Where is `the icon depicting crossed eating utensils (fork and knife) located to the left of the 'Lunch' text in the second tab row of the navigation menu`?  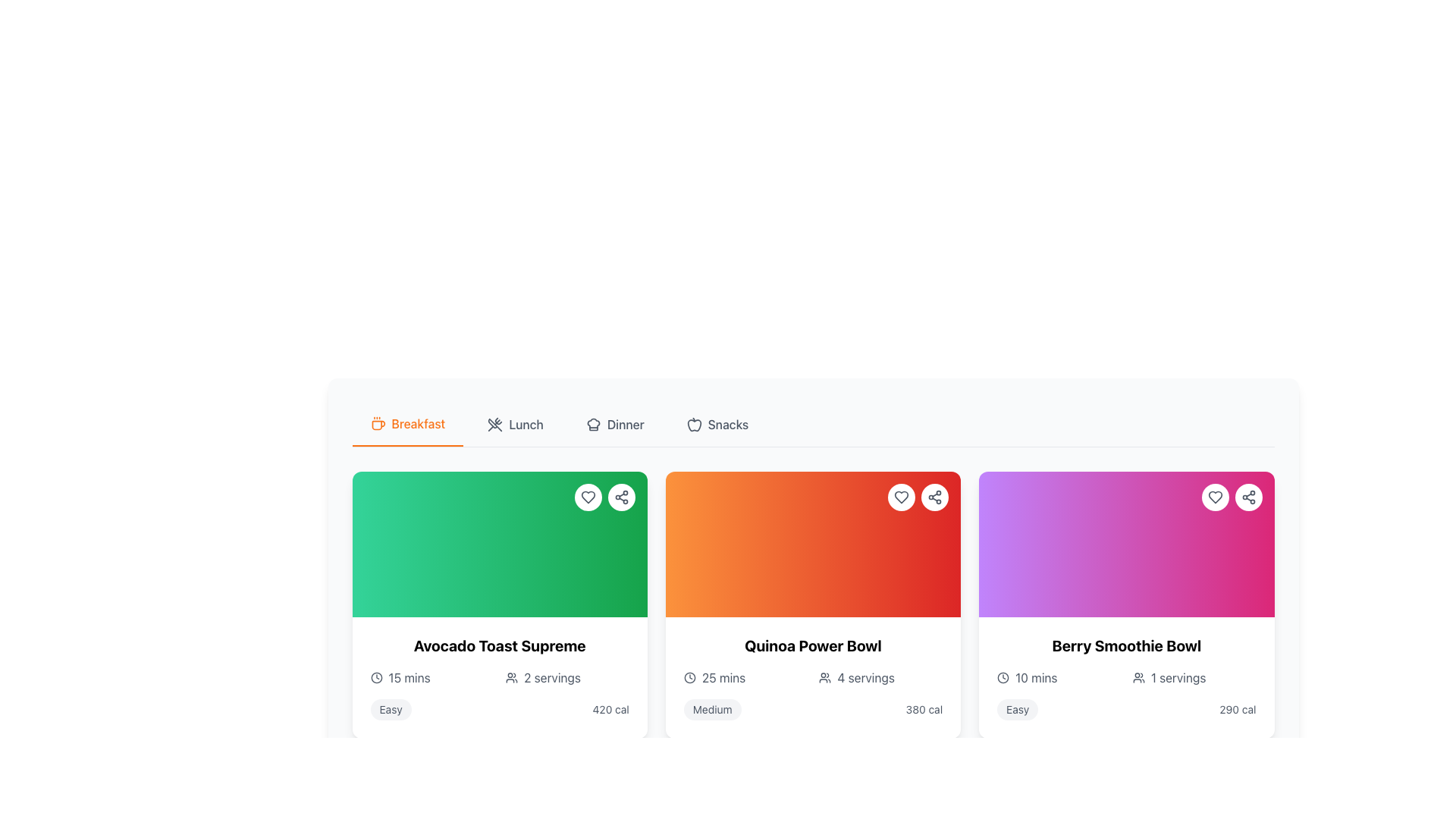
the icon depicting crossed eating utensils (fork and knife) located to the left of the 'Lunch' text in the second tab row of the navigation menu is located at coordinates (495, 424).